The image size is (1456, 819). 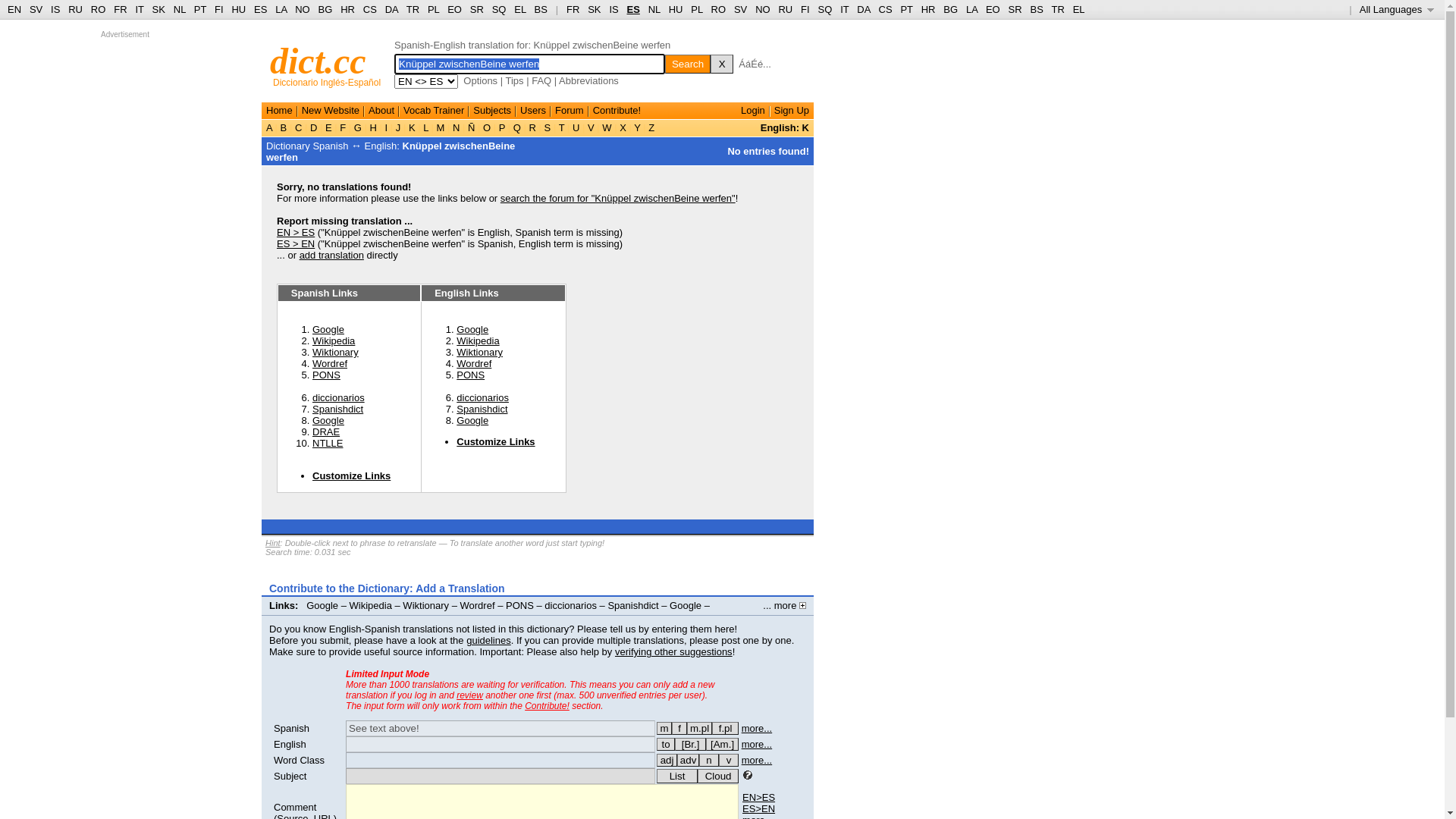 I want to click on 'DA', so click(x=856, y=9).